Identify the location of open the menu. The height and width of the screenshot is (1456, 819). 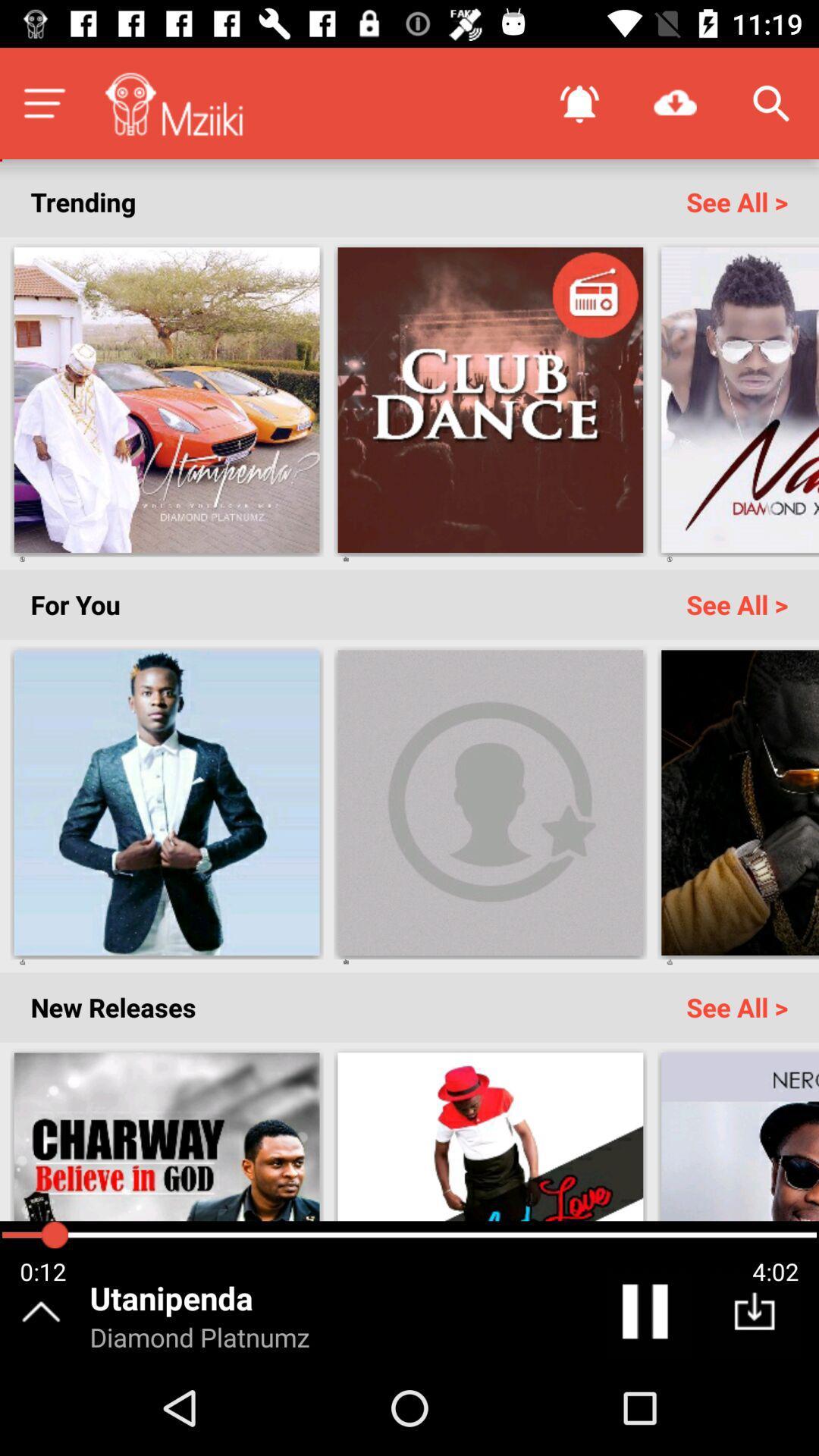
(43, 102).